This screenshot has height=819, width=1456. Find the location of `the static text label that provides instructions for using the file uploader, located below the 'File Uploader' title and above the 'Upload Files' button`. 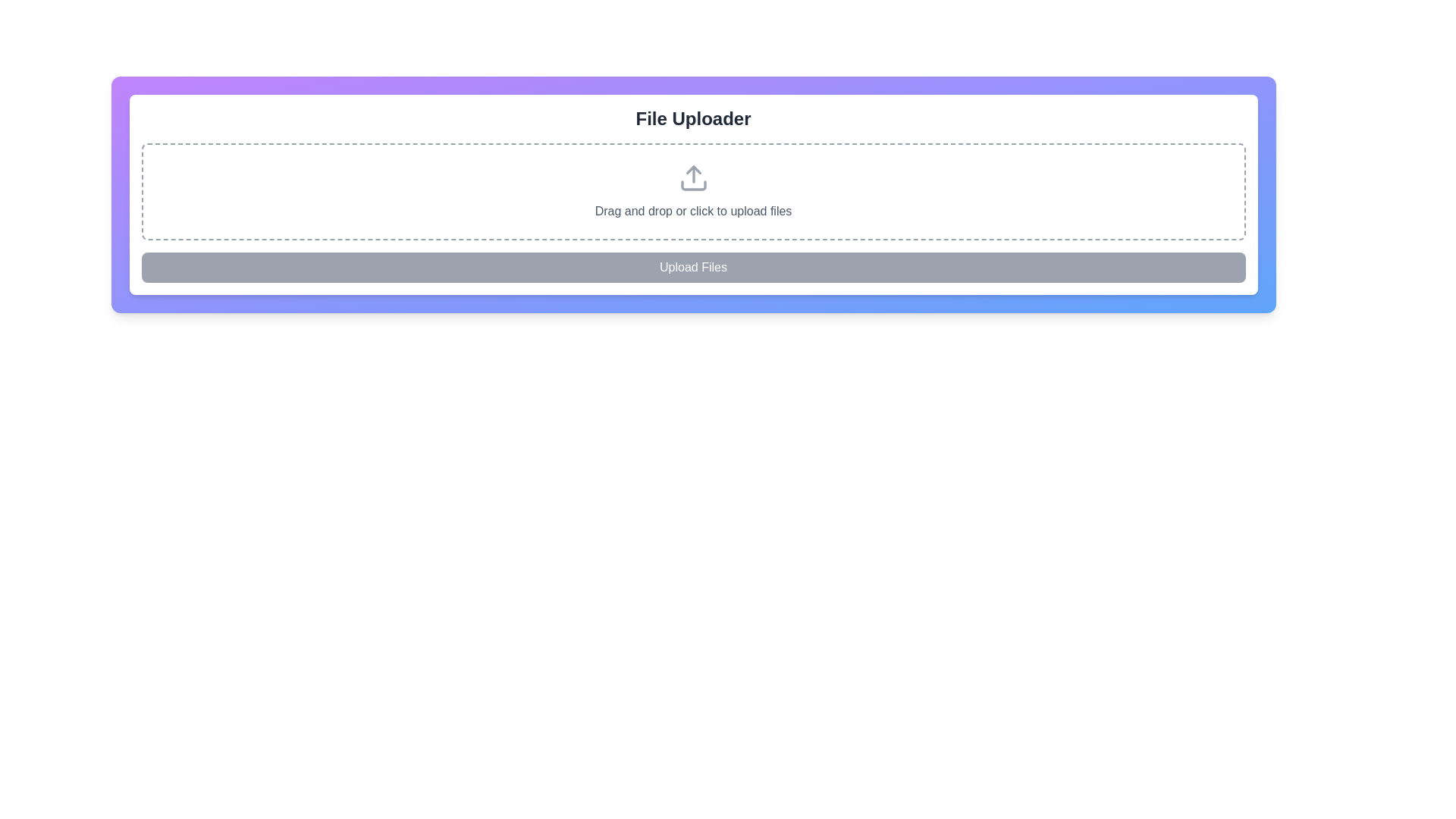

the static text label that provides instructions for using the file uploader, located below the 'File Uploader' title and above the 'Upload Files' button is located at coordinates (692, 211).